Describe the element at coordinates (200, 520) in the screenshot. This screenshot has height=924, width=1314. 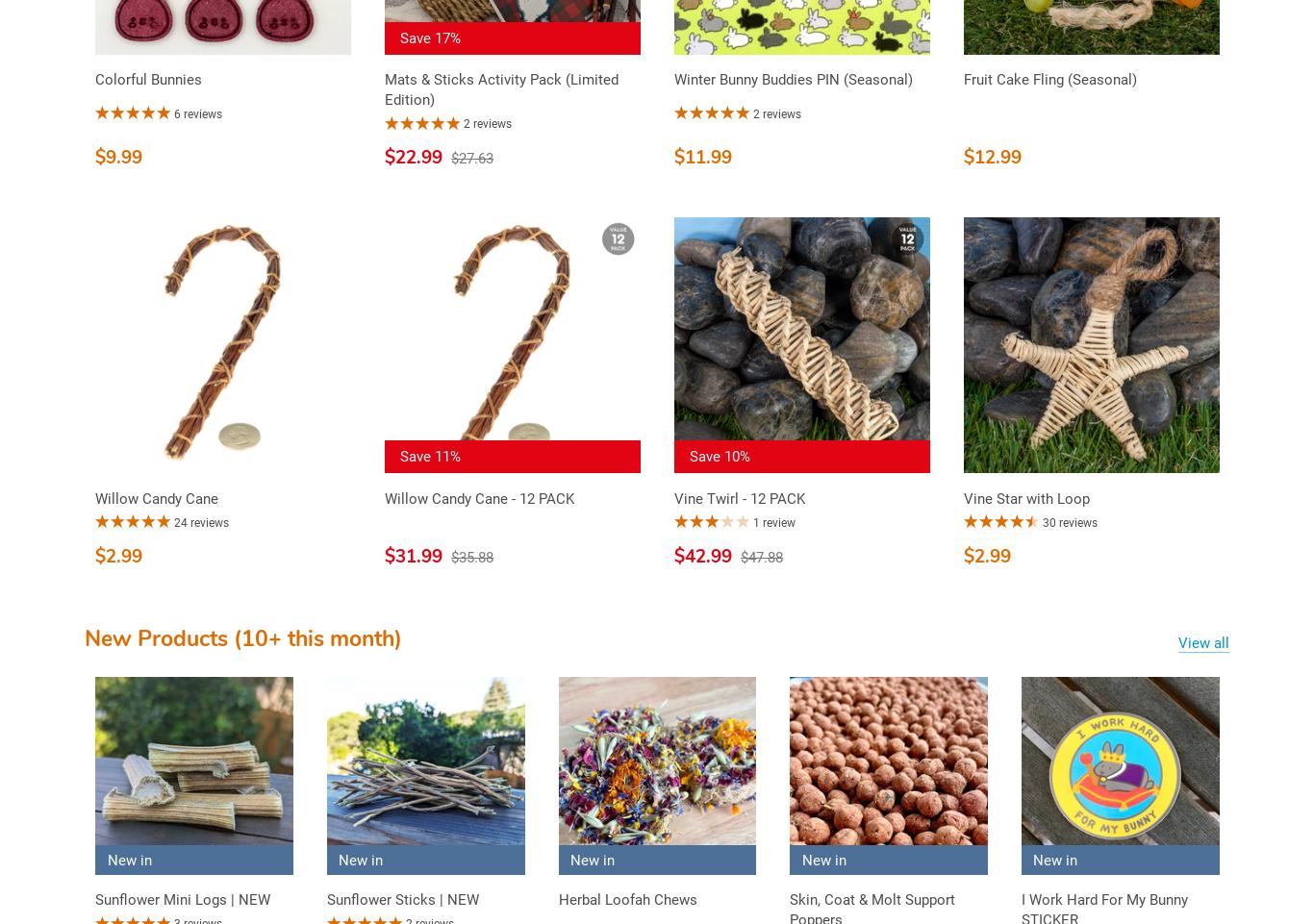
I see `'24 reviews'` at that location.